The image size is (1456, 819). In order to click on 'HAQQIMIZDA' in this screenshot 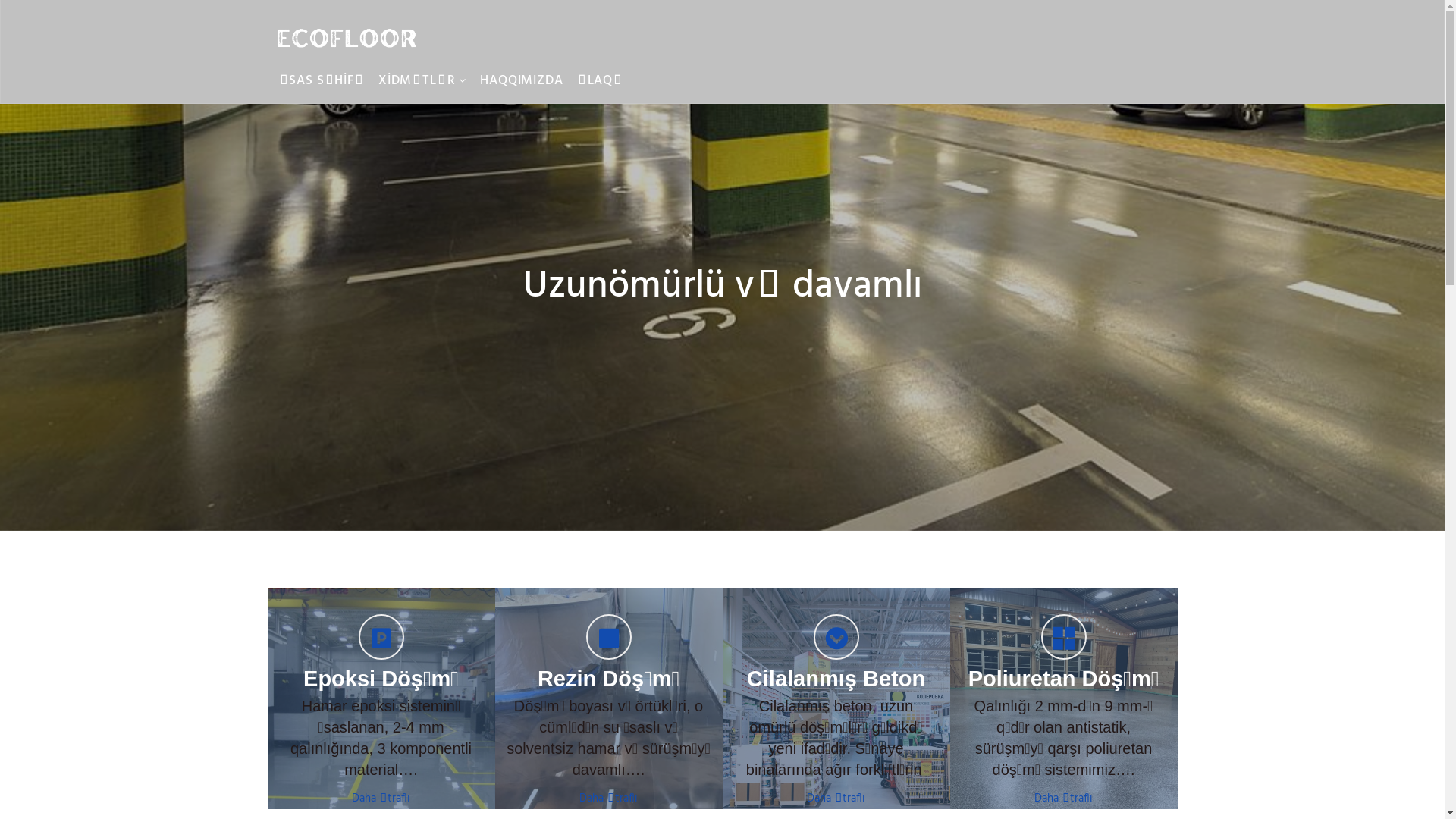, I will do `click(472, 81)`.